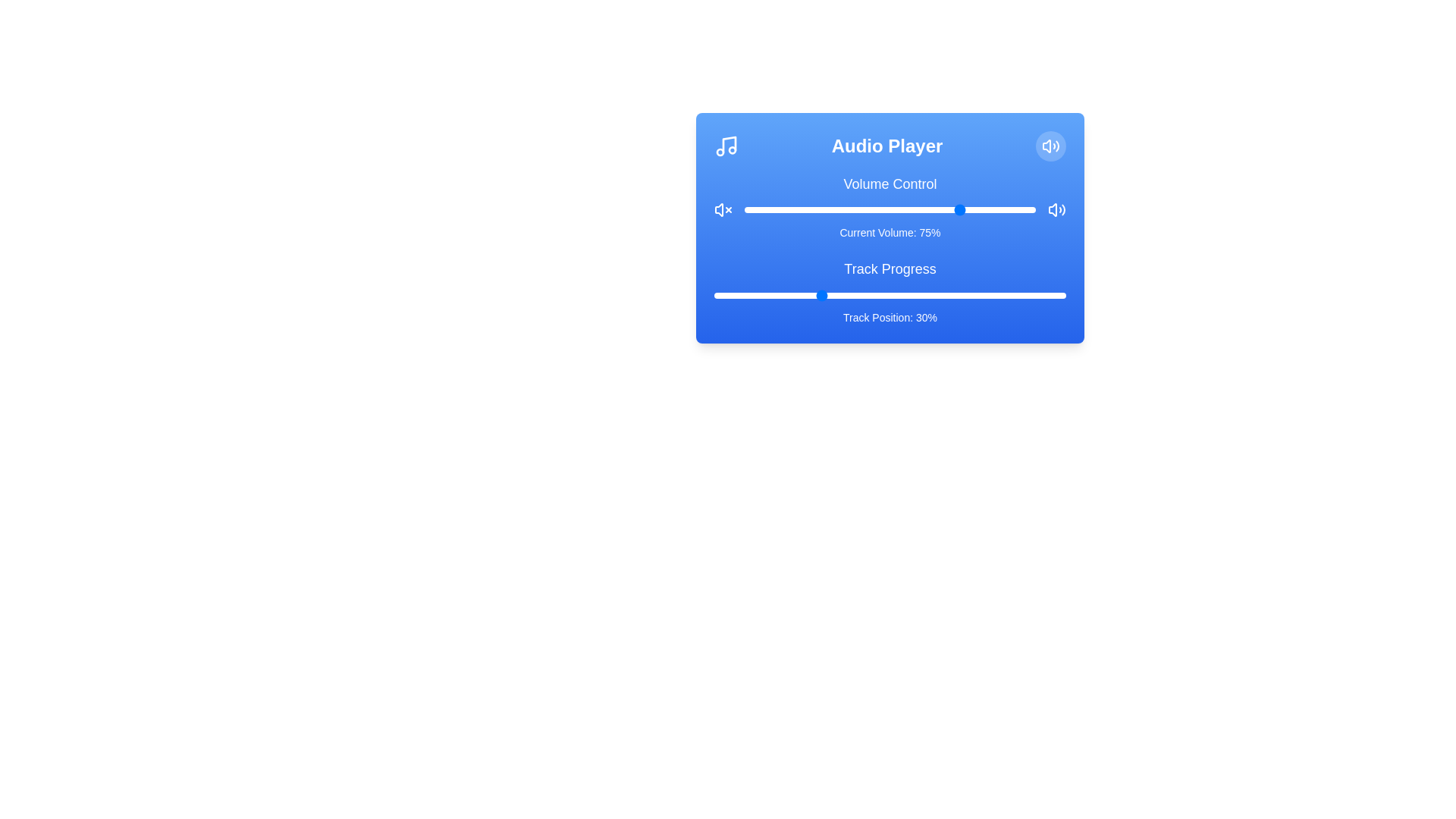 This screenshot has width=1456, height=819. Describe the element at coordinates (897, 295) in the screenshot. I see `the track position` at that location.